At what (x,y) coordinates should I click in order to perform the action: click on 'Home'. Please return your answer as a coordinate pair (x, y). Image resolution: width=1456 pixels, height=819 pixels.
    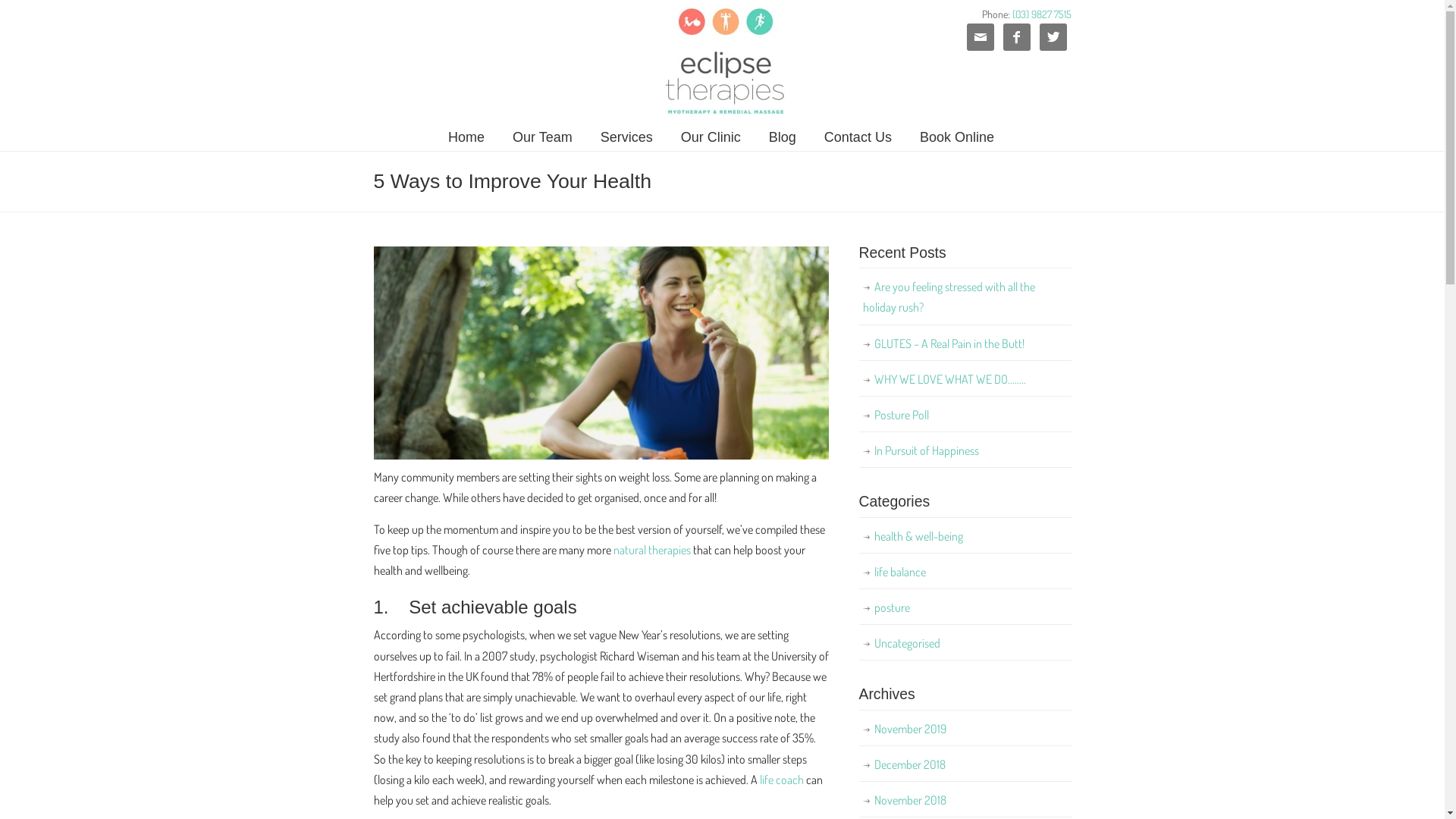
    Looking at the image, I should click on (465, 137).